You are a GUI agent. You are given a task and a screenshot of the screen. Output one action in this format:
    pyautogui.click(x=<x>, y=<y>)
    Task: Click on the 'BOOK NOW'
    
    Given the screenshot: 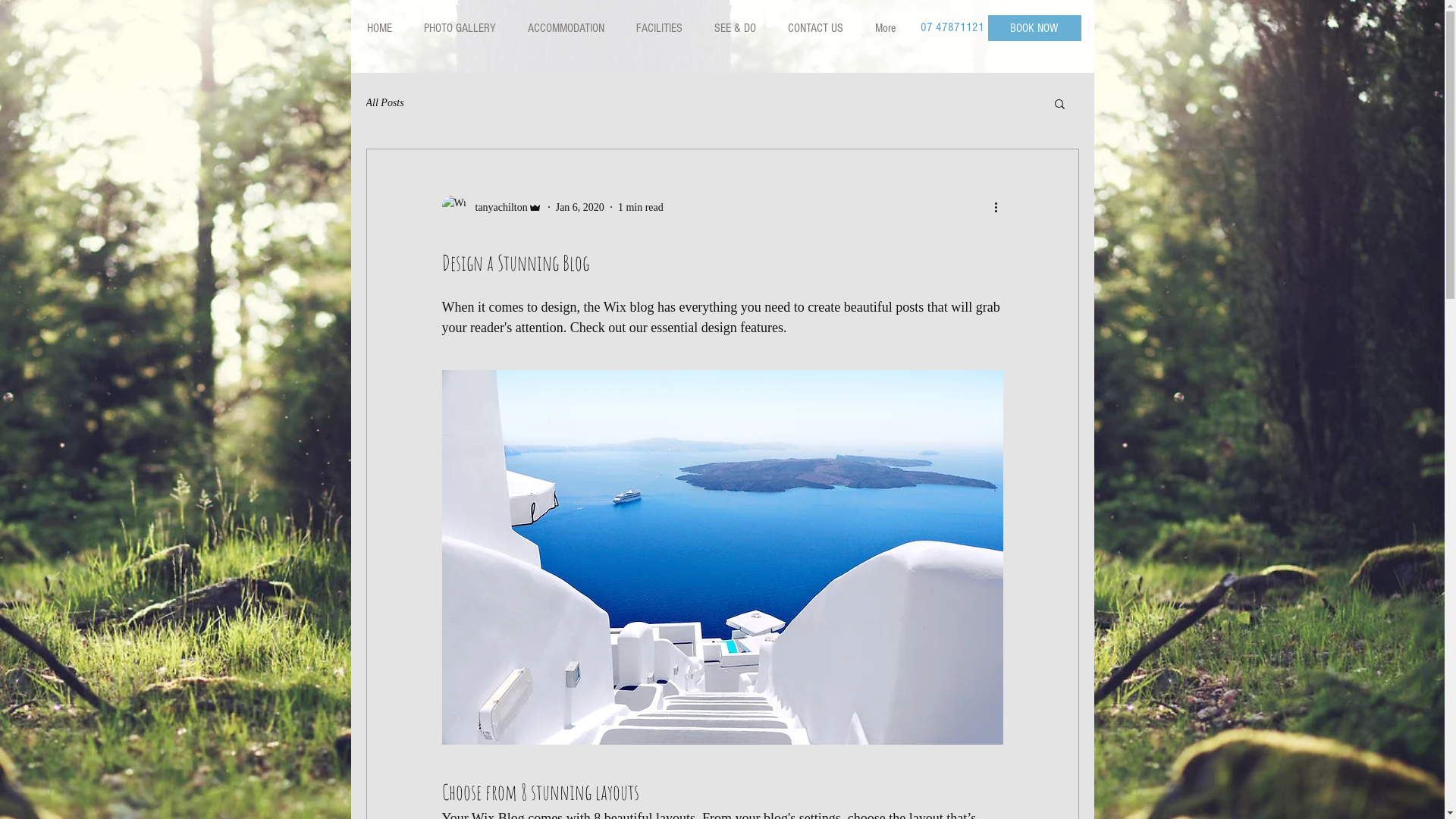 What is the action you would take?
    pyautogui.click(x=1033, y=28)
    